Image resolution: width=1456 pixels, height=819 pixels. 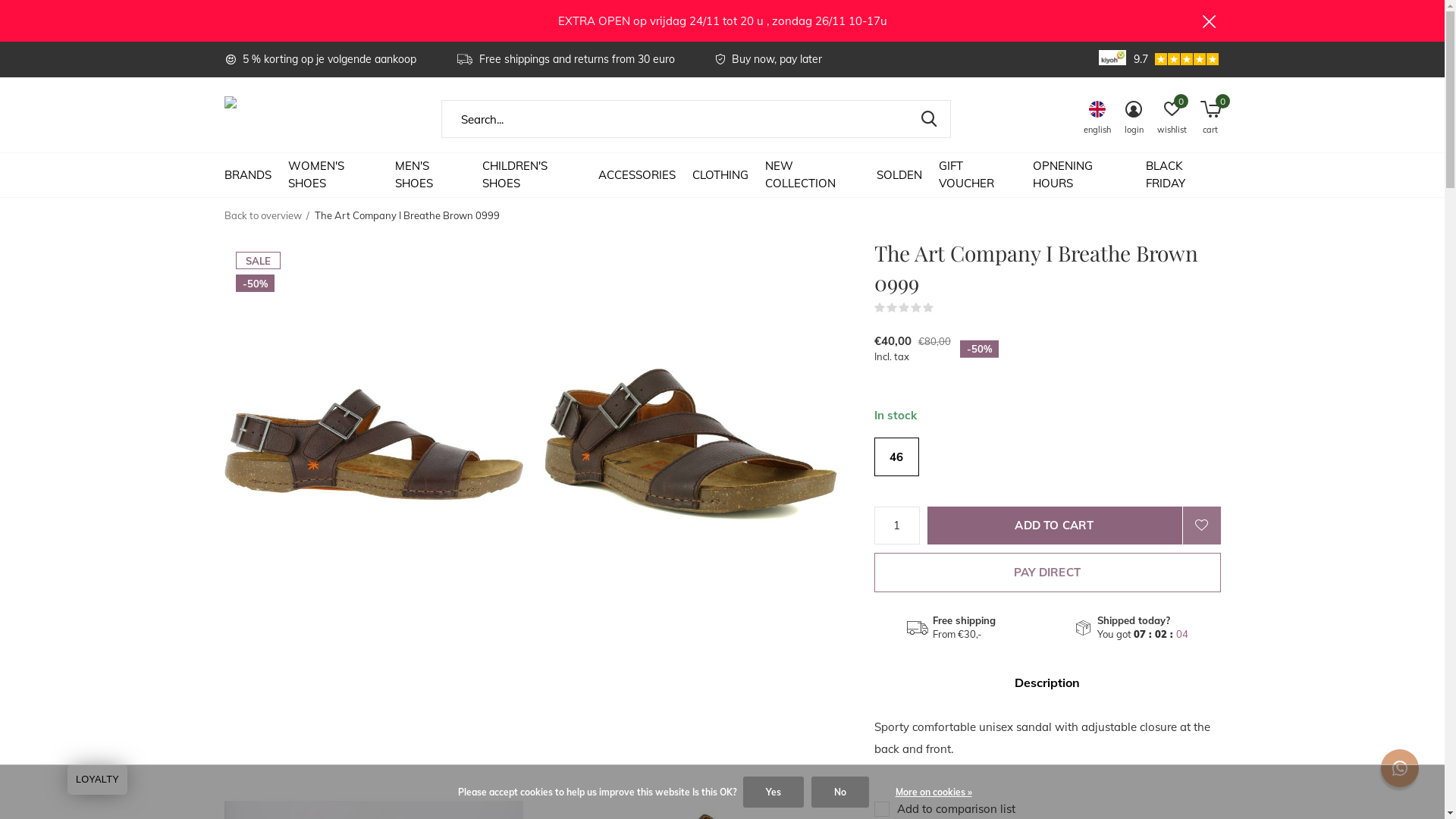 I want to click on 'PAY DIRECT', so click(x=1046, y=573).